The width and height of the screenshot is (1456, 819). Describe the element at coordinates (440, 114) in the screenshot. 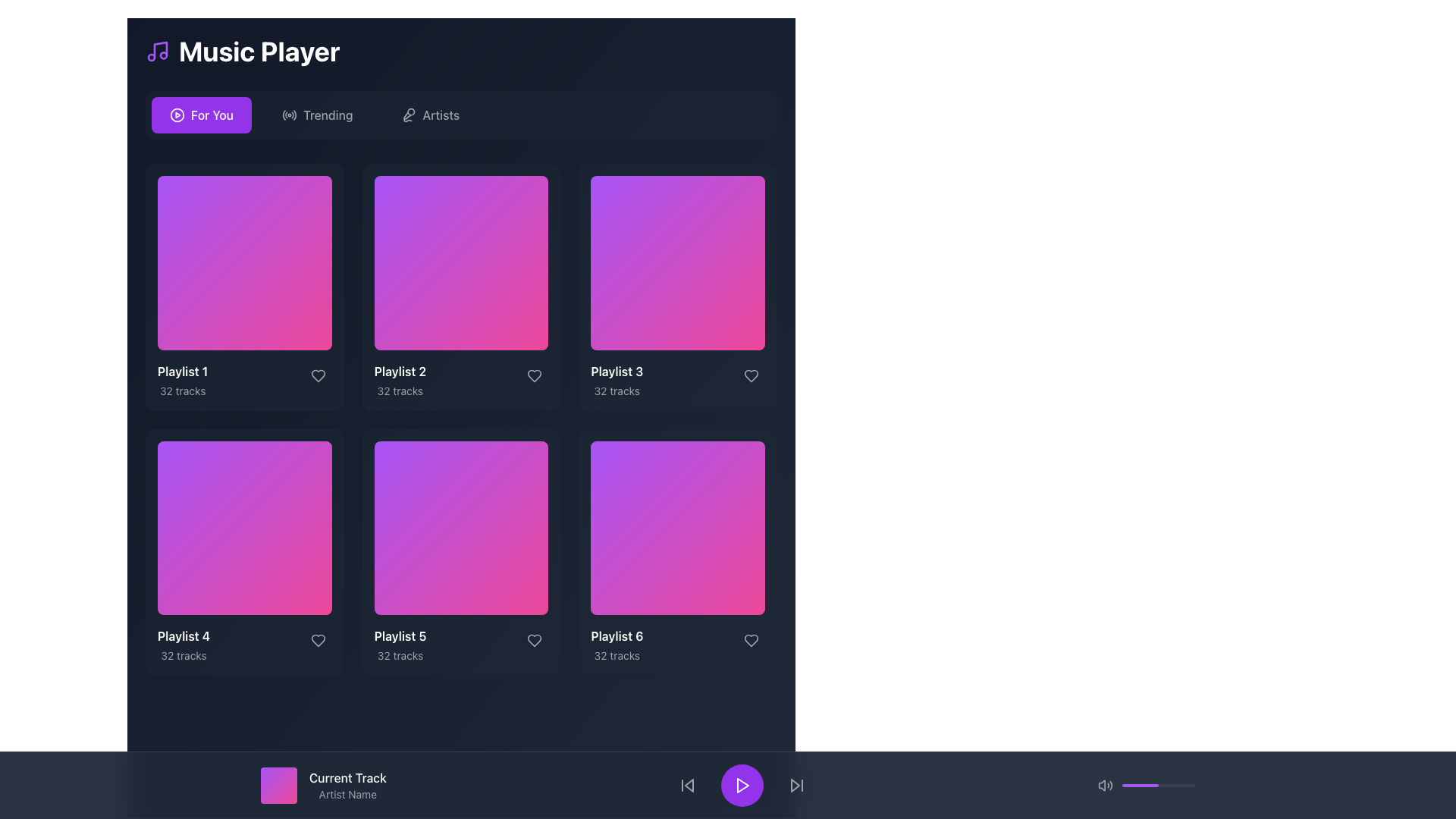

I see `the text label indicating a specific section or feature of the interface for artists, located immediately to the right of an SVG icon in the header section` at that location.